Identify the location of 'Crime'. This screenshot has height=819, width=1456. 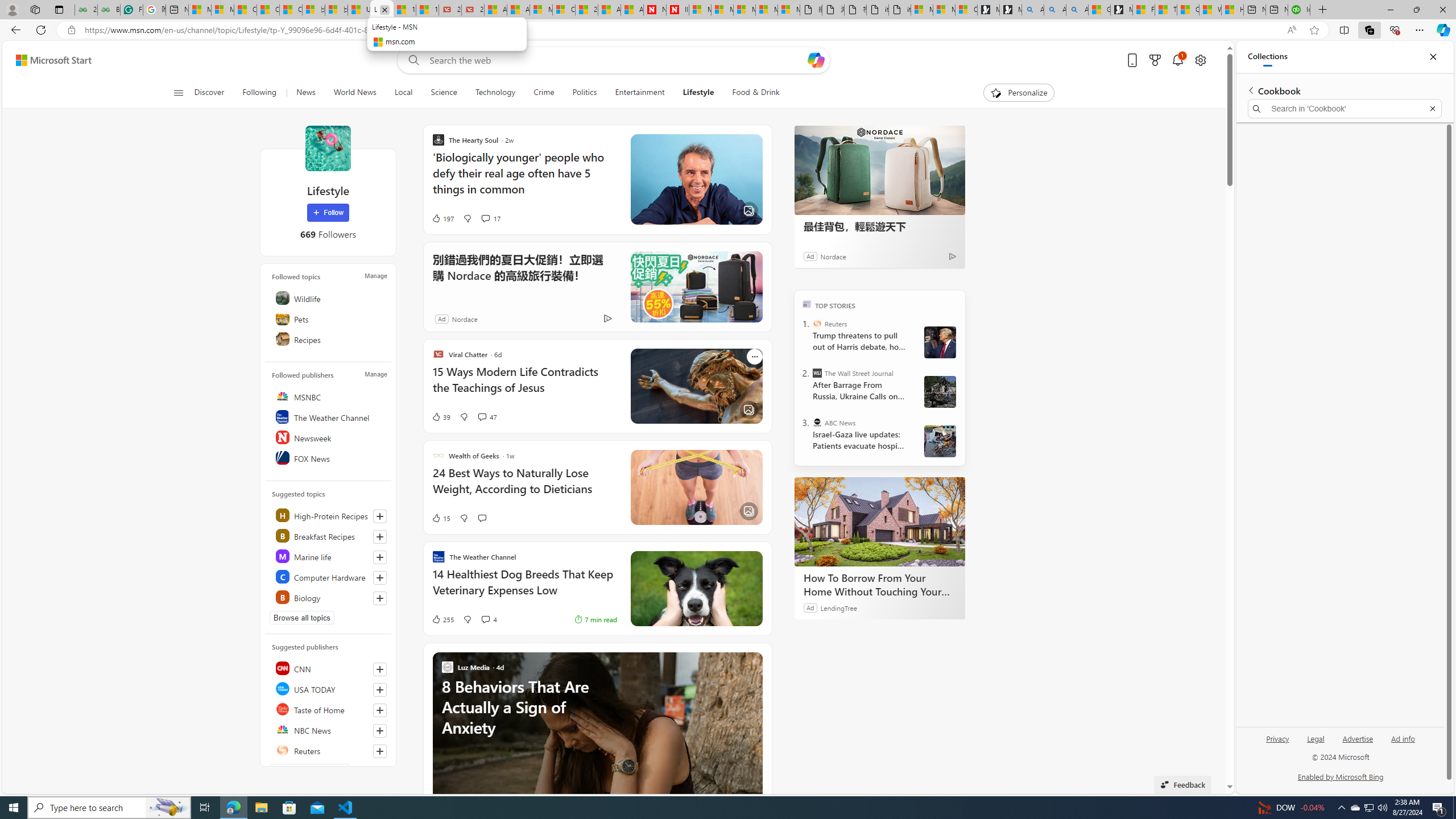
(543, 92).